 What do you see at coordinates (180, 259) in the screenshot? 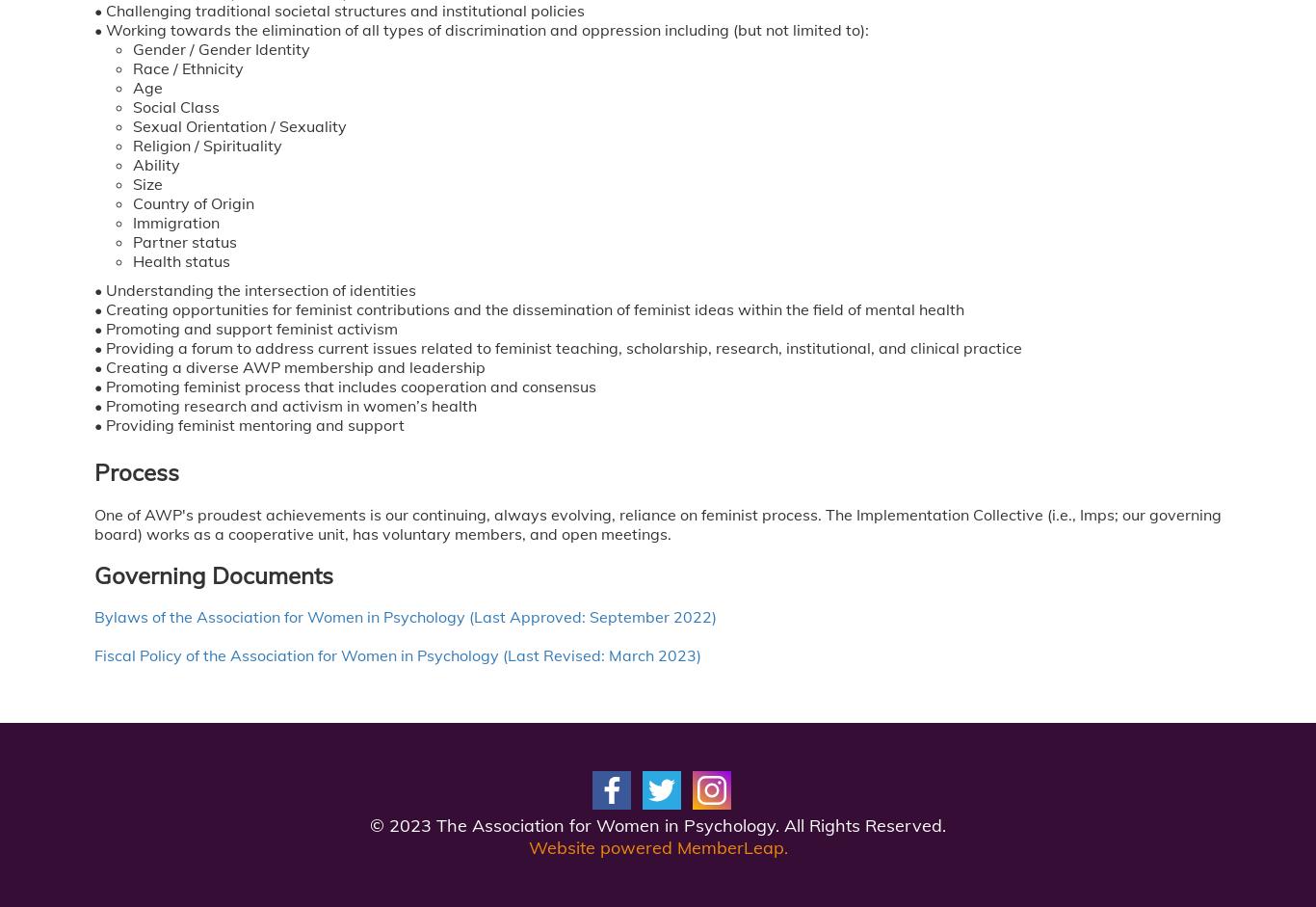
I see `'Health status'` at bounding box center [180, 259].